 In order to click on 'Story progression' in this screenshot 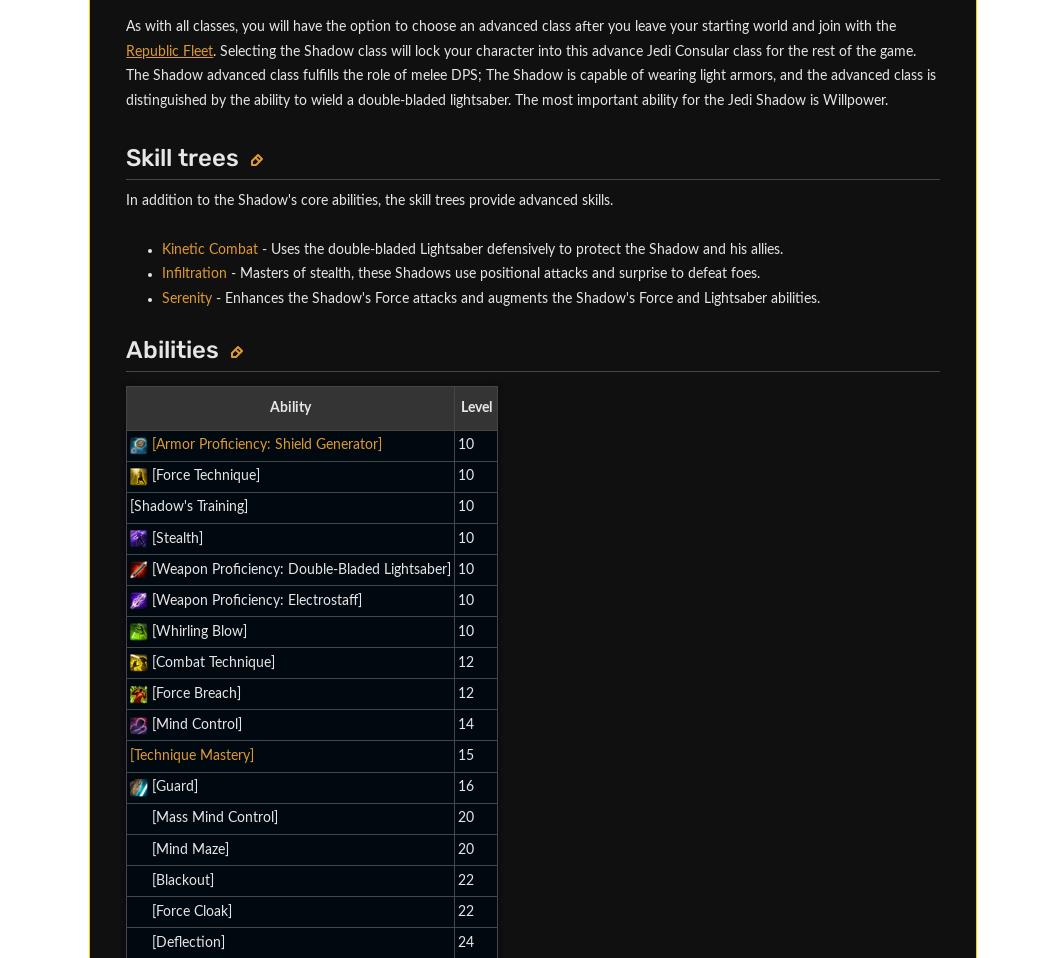, I will do `click(228, 160)`.